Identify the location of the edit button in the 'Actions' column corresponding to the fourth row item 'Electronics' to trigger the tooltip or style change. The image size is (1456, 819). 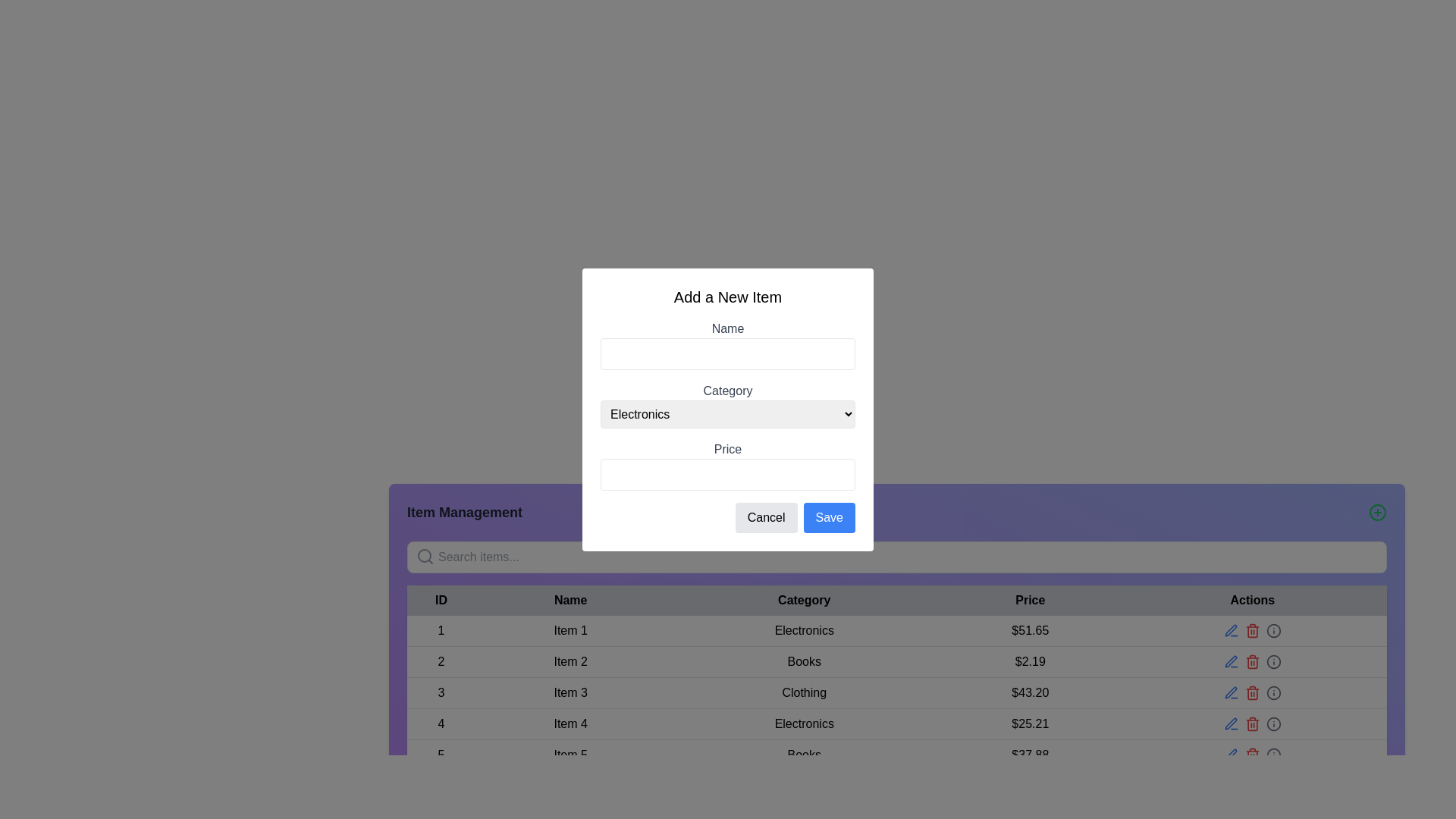
(1231, 631).